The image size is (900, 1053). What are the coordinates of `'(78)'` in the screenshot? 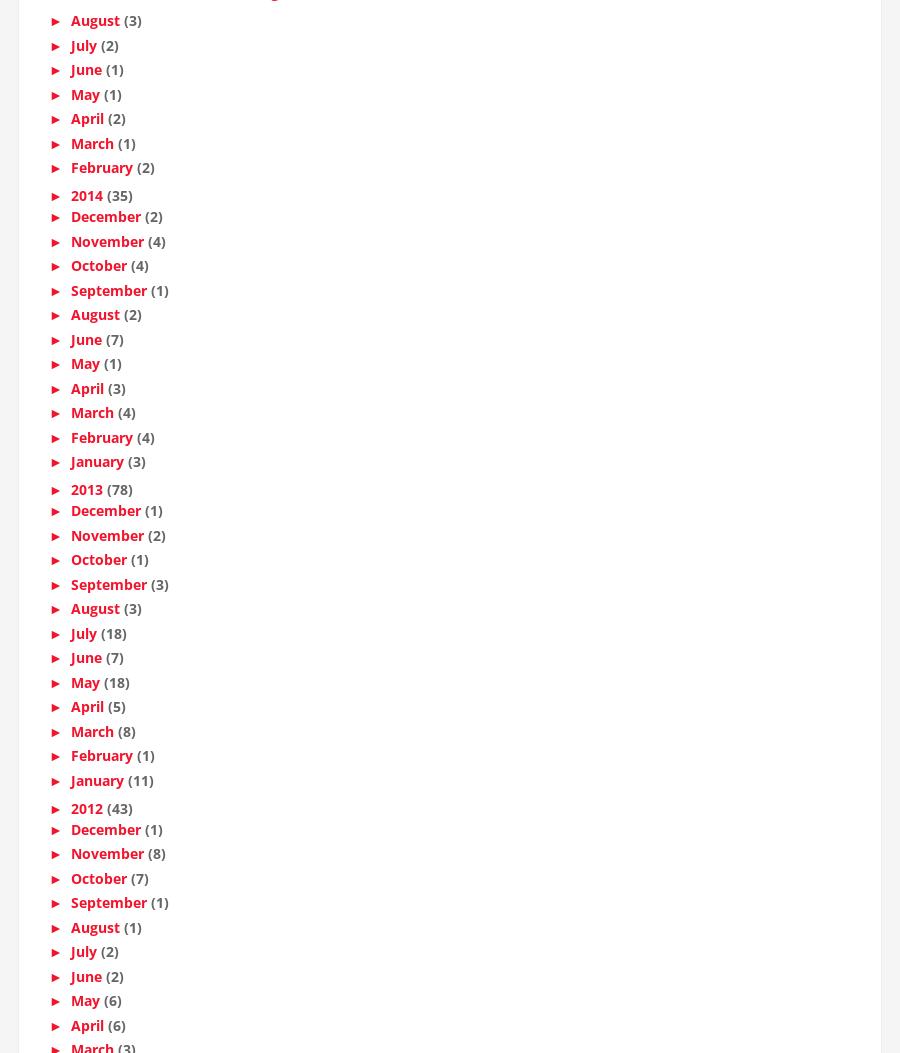 It's located at (105, 496).